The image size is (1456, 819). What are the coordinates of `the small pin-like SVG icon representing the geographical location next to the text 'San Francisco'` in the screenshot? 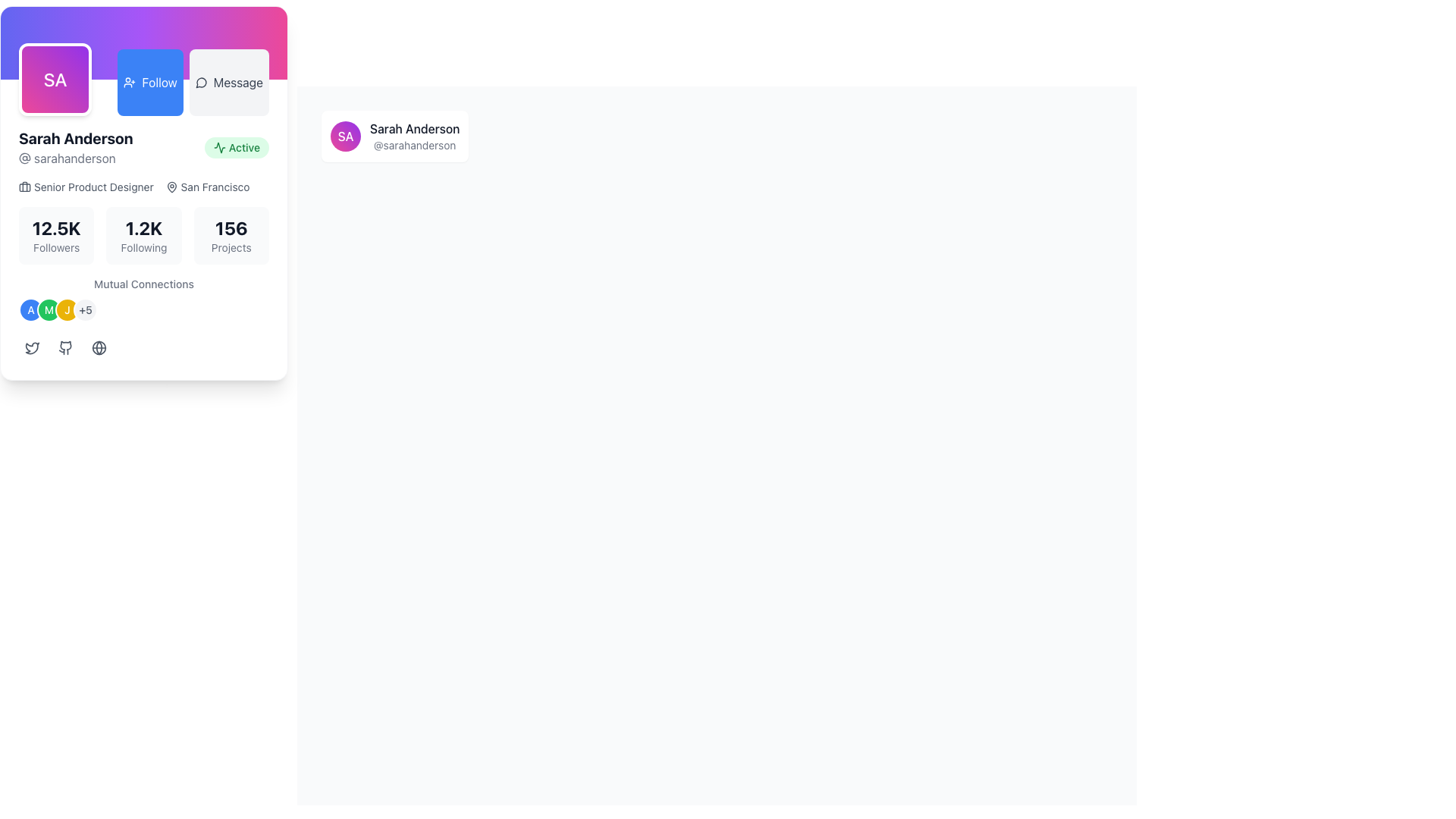 It's located at (171, 186).